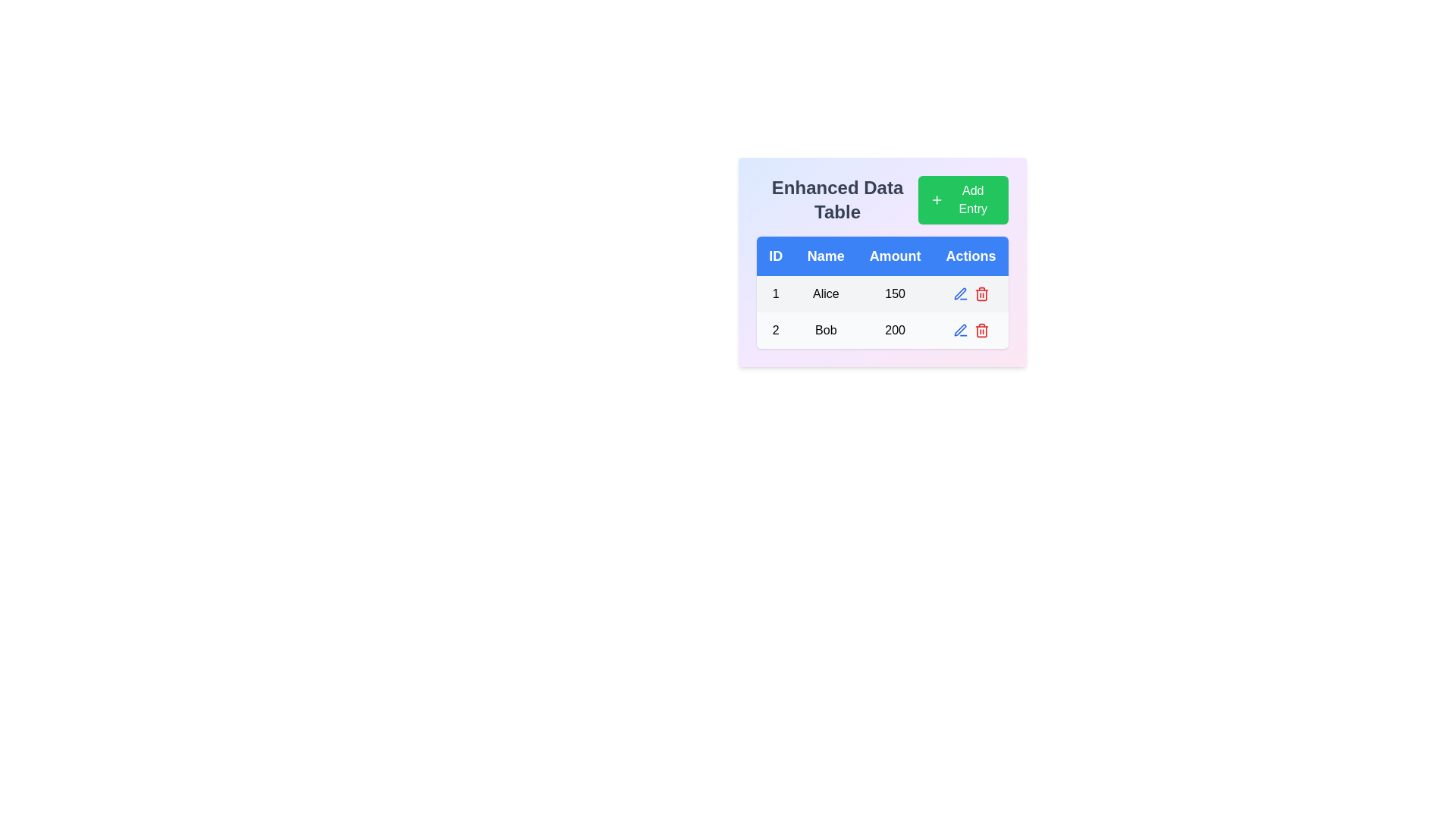 Image resolution: width=1456 pixels, height=819 pixels. I want to click on the table header element indicating monetary or numerical data, located between the 'Name' and 'Actions' headers, so click(895, 256).